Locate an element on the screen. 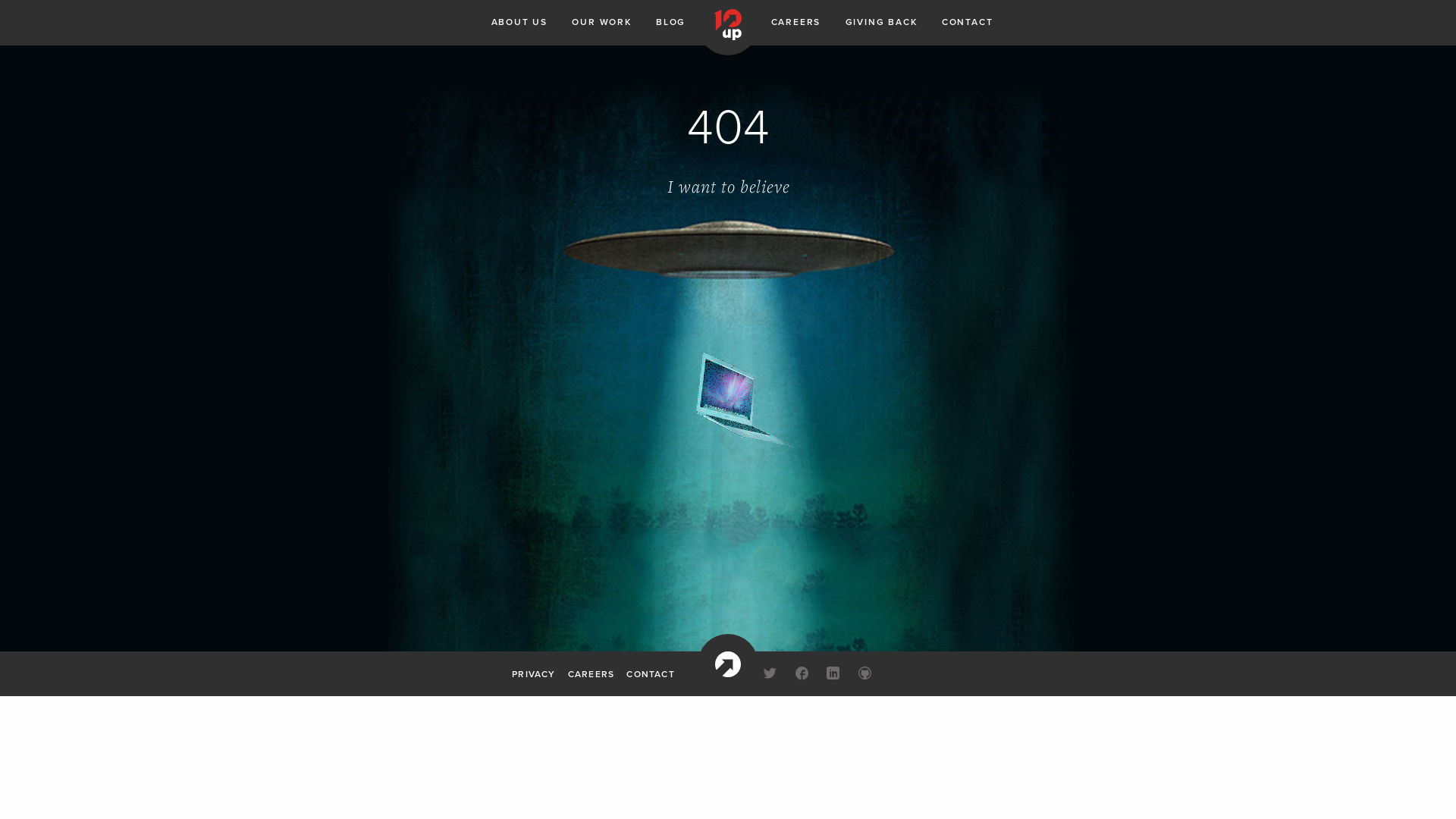 Image resolution: width=1456 pixels, height=819 pixels. 'CAREERS' is located at coordinates (795, 22).